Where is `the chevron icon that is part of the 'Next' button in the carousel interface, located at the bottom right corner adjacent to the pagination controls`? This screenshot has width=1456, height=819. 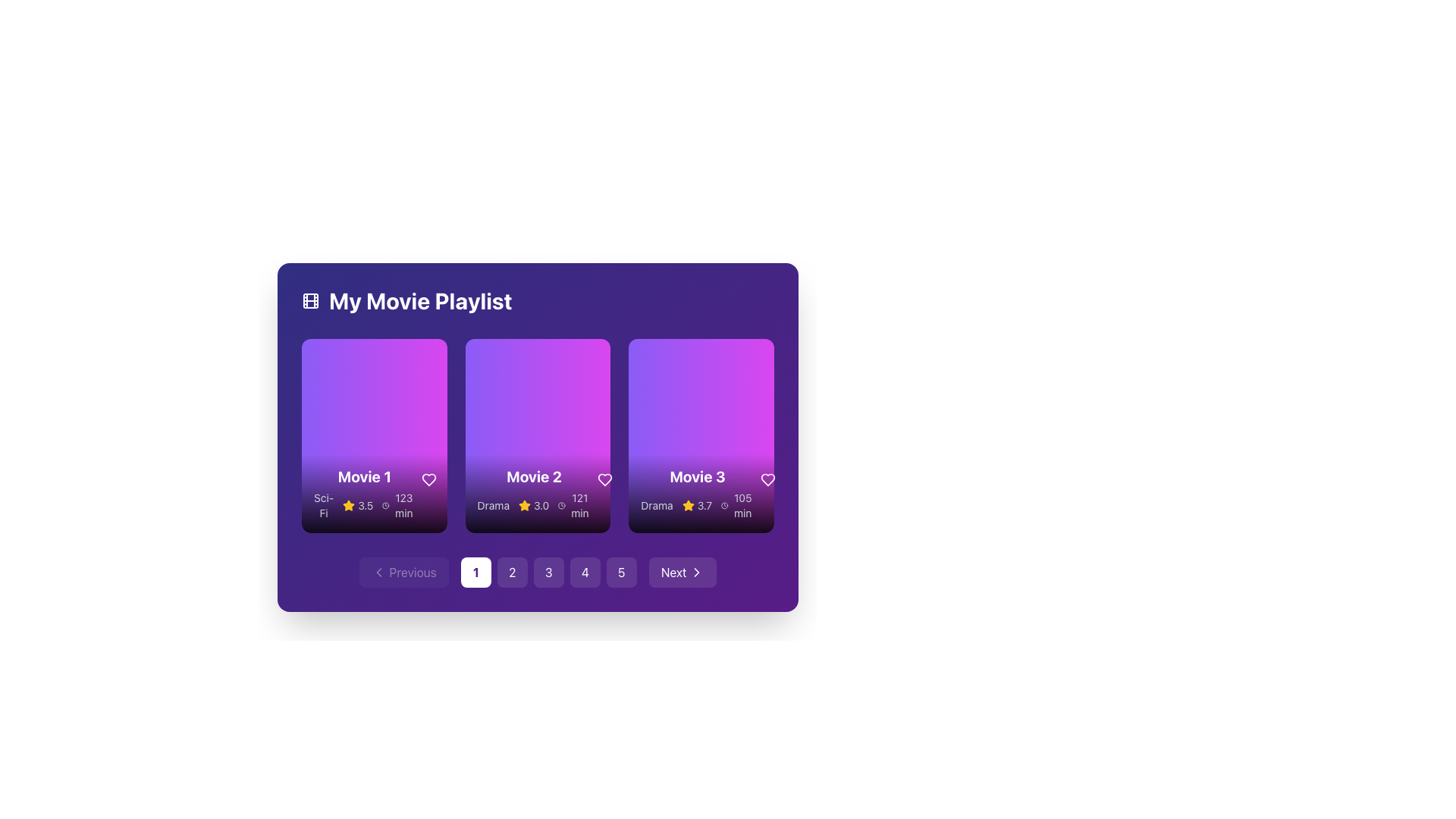 the chevron icon that is part of the 'Next' button in the carousel interface, located at the bottom right corner adjacent to the pagination controls is located at coordinates (696, 573).